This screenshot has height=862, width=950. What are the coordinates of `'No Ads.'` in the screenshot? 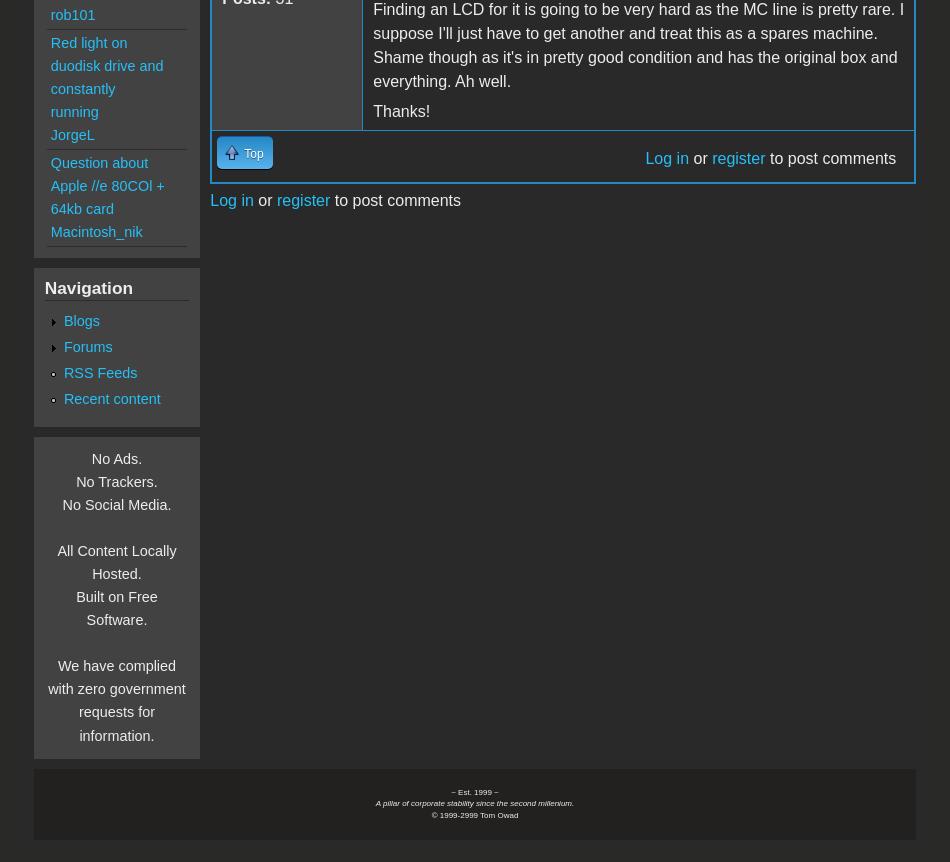 It's located at (116, 459).